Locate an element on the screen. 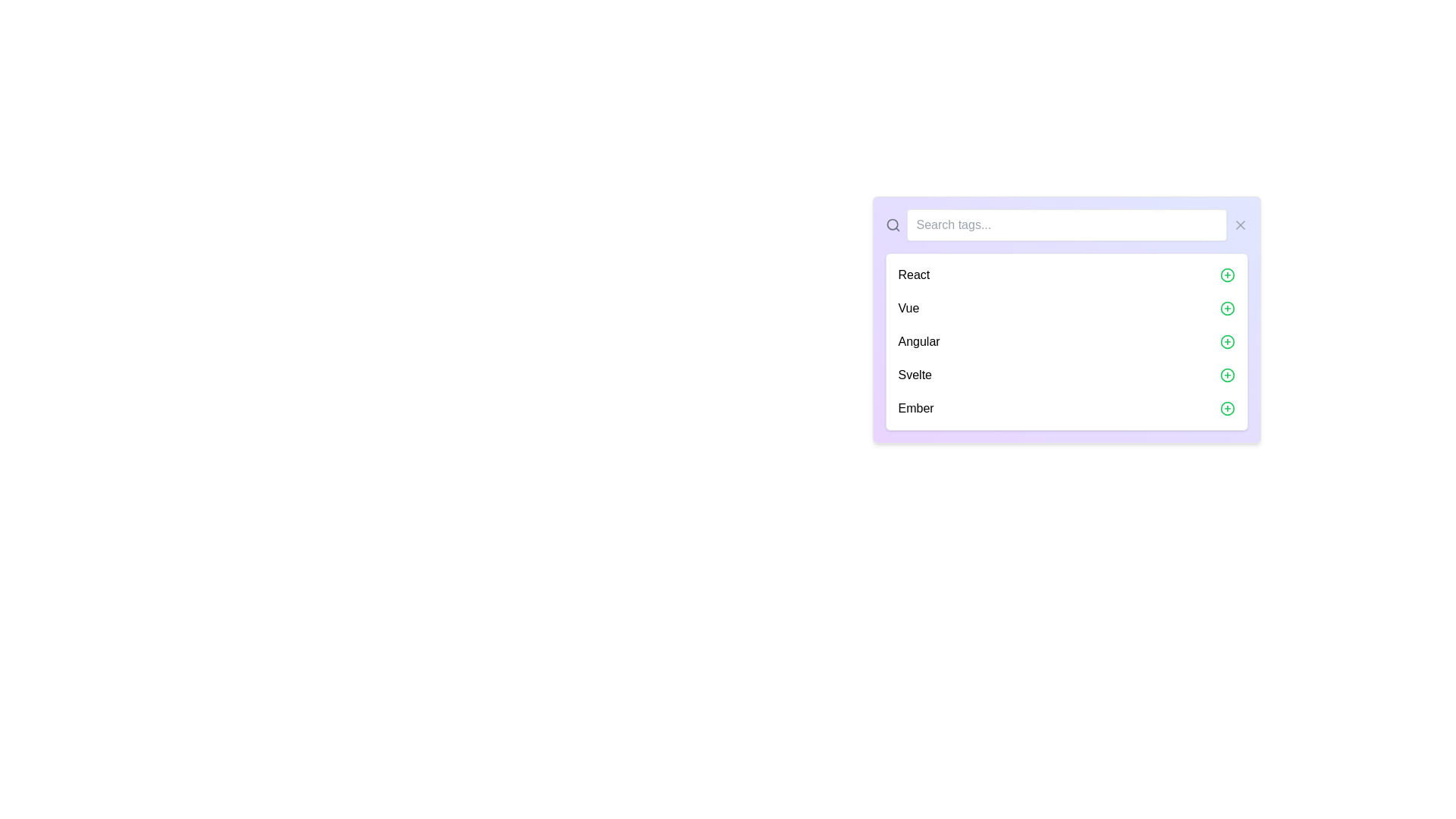 The height and width of the screenshot is (819, 1456). the interactive button located to the right of the 'Vue' text label is located at coordinates (1227, 308).